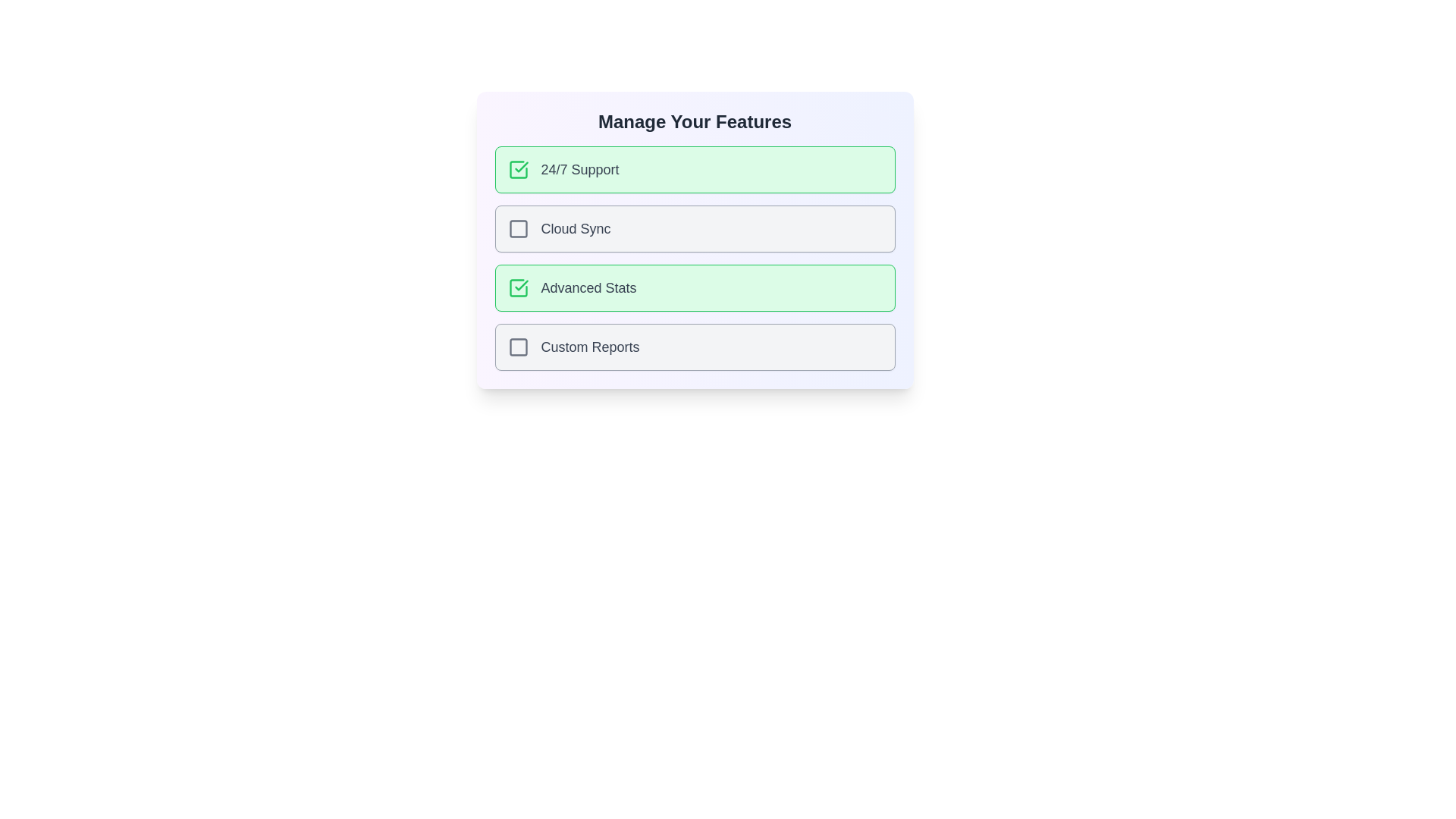 Image resolution: width=1456 pixels, height=819 pixels. I want to click on the '24/7 Support' selectable feature within the green-highlighted box at the top of the options list, so click(563, 169).